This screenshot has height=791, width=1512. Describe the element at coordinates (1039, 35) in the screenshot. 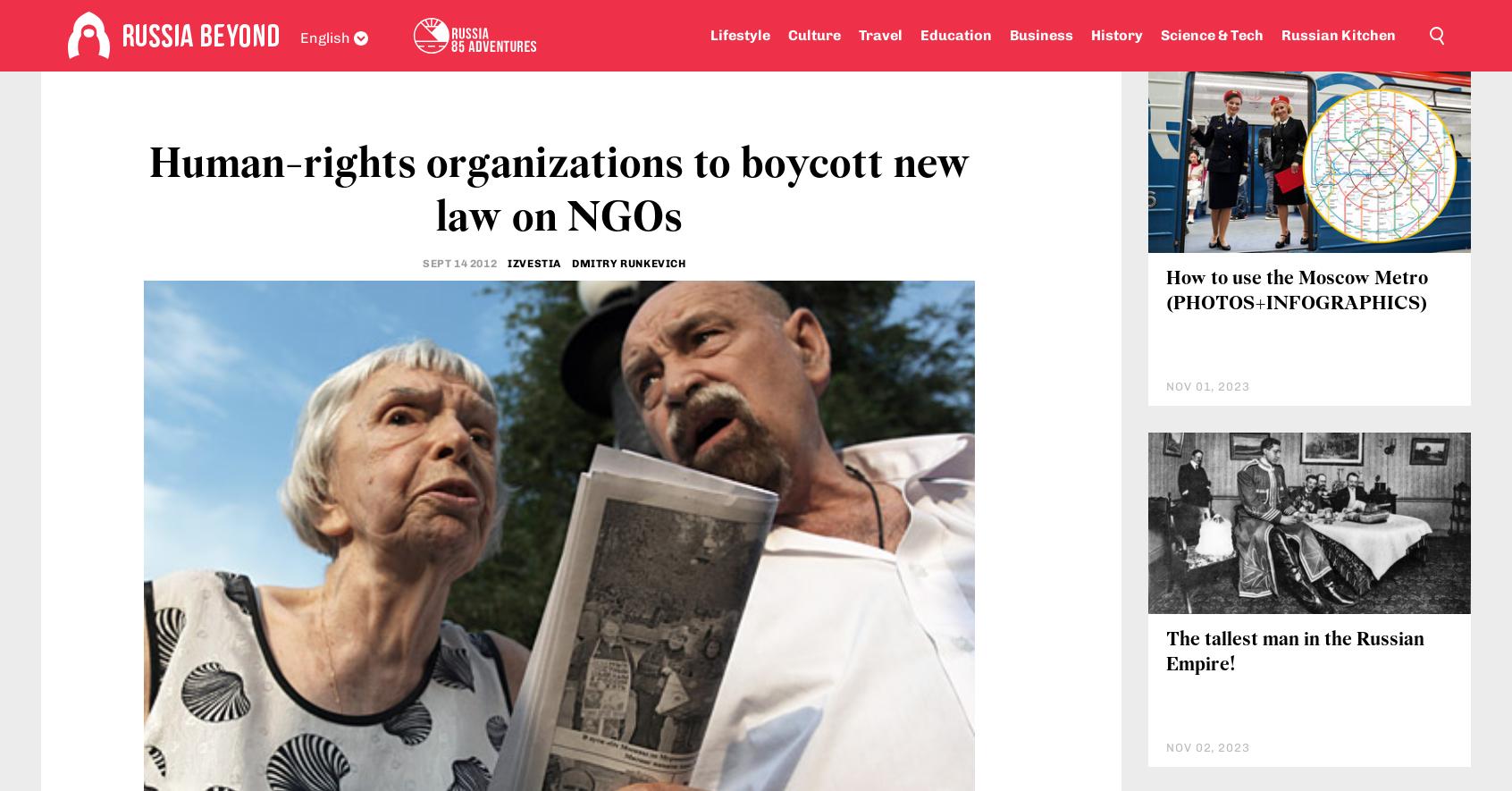

I see `'Business'` at that location.